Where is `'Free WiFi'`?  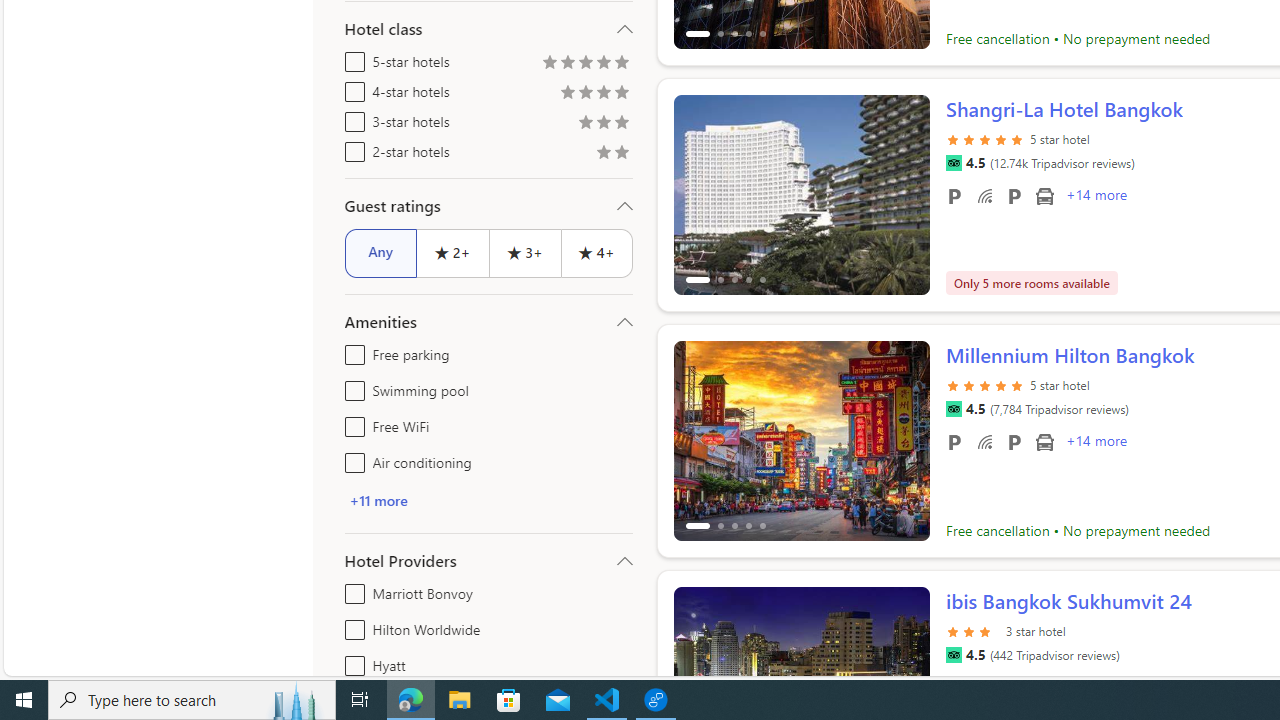 'Free WiFi' is located at coordinates (351, 422).